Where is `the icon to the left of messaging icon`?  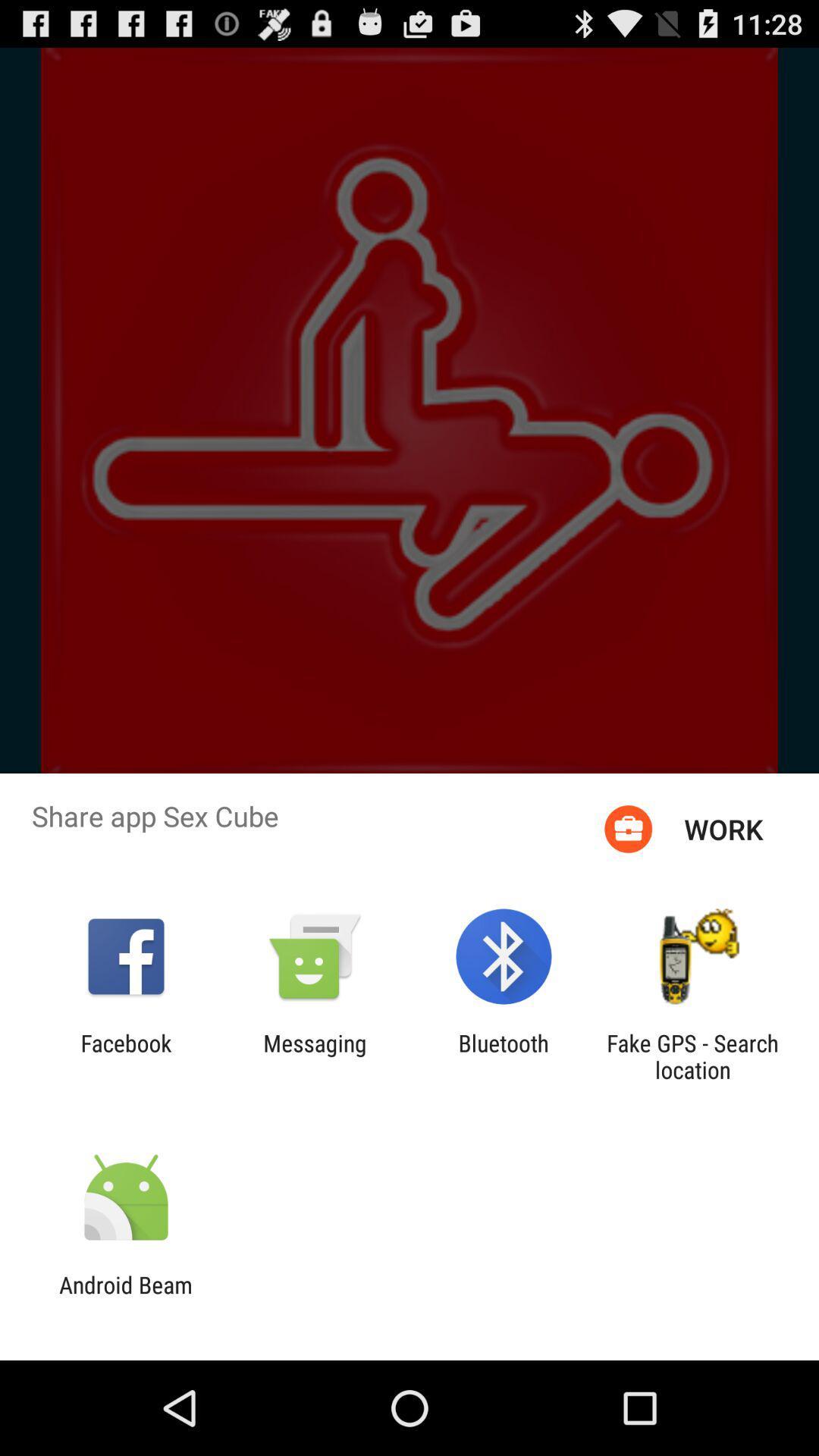 the icon to the left of messaging icon is located at coordinates (125, 1056).